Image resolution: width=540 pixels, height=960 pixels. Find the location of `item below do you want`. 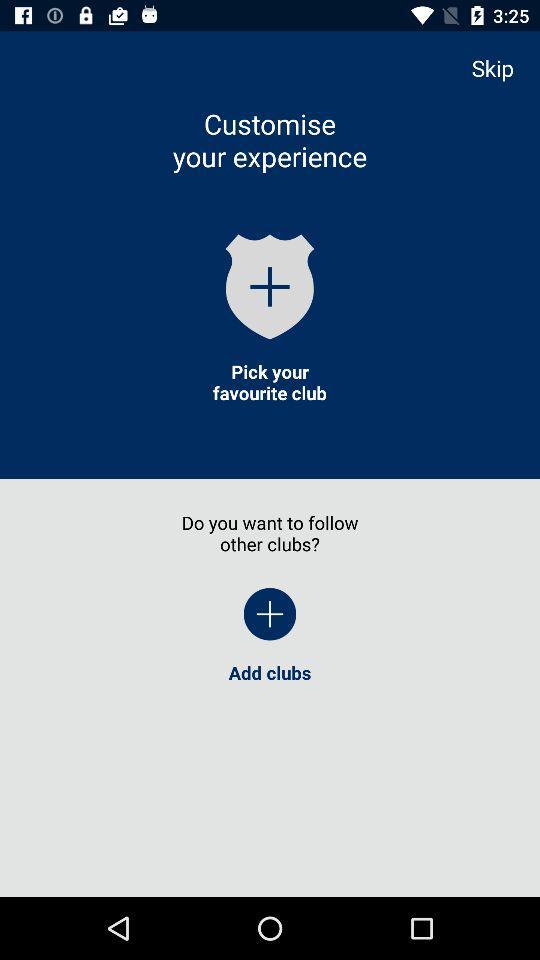

item below do you want is located at coordinates (270, 613).